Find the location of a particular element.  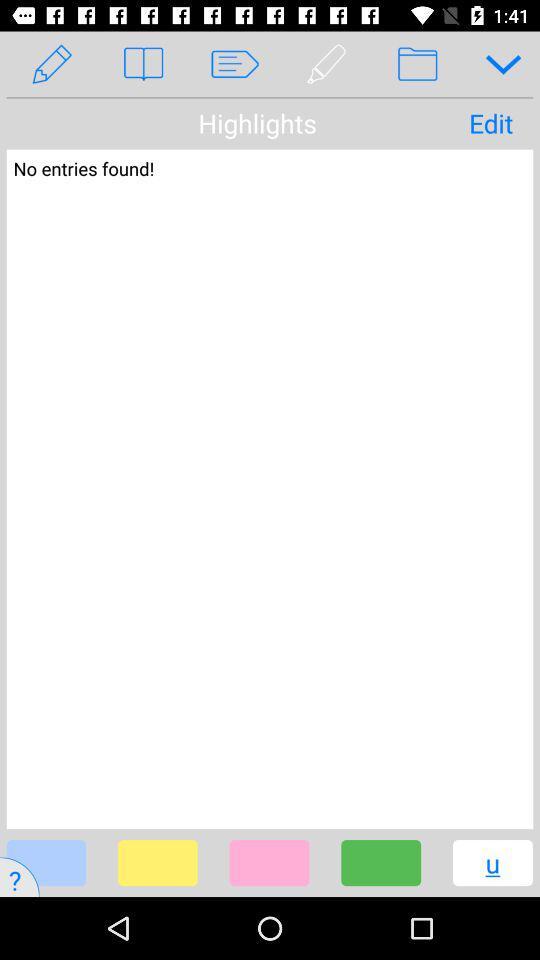

the folder icon which is at the top right is located at coordinates (417, 64).